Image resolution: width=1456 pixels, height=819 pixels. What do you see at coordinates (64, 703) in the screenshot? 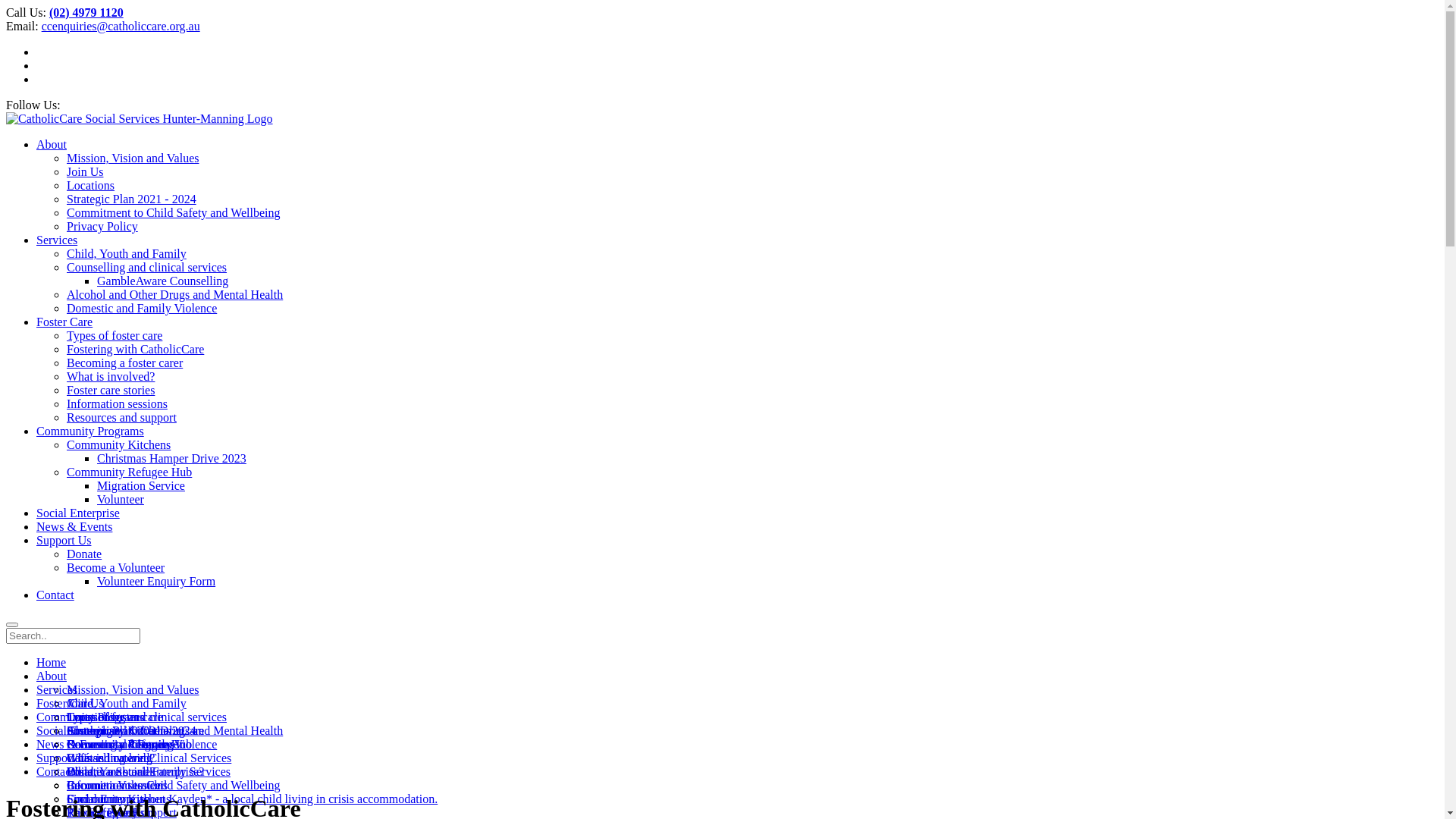
I see `'Foster Care'` at bounding box center [64, 703].